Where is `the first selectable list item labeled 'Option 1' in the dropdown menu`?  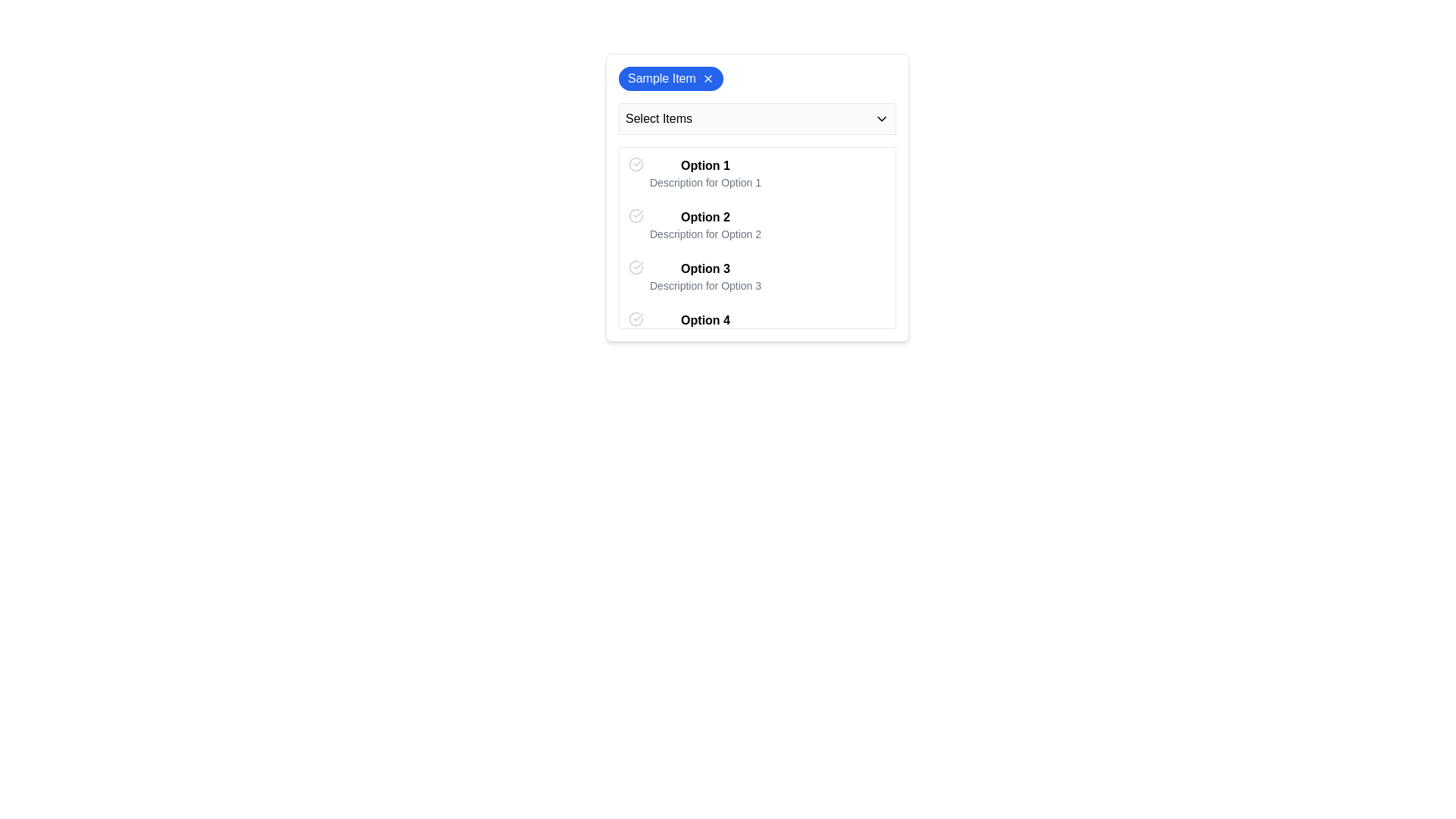 the first selectable list item labeled 'Option 1' in the dropdown menu is located at coordinates (704, 172).